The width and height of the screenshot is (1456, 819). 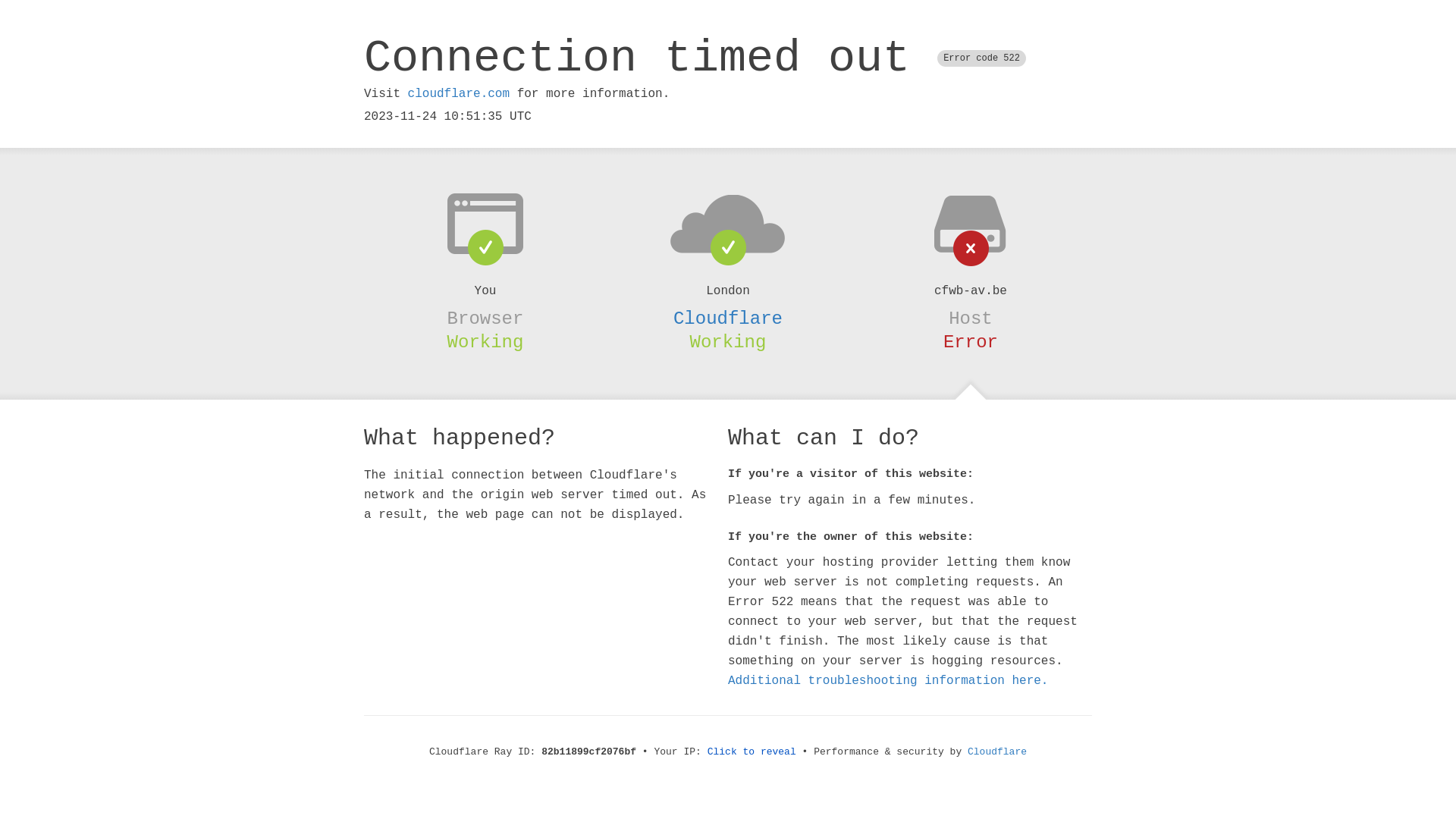 What do you see at coordinates (888, 680) in the screenshot?
I see `'Additional troubleshooting information here.'` at bounding box center [888, 680].